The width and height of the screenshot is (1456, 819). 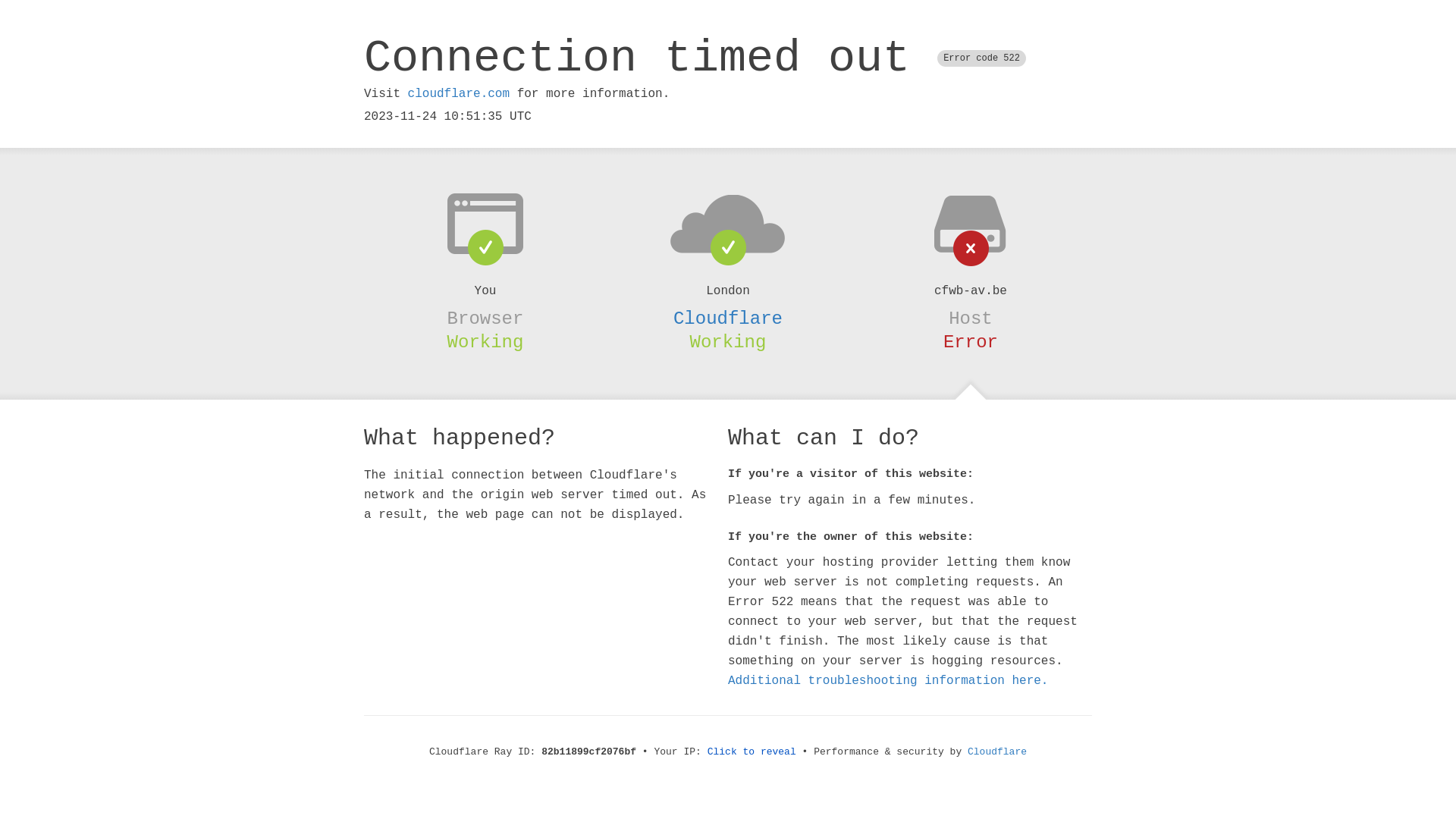 What do you see at coordinates (888, 680) in the screenshot?
I see `'Additional troubleshooting information here.'` at bounding box center [888, 680].